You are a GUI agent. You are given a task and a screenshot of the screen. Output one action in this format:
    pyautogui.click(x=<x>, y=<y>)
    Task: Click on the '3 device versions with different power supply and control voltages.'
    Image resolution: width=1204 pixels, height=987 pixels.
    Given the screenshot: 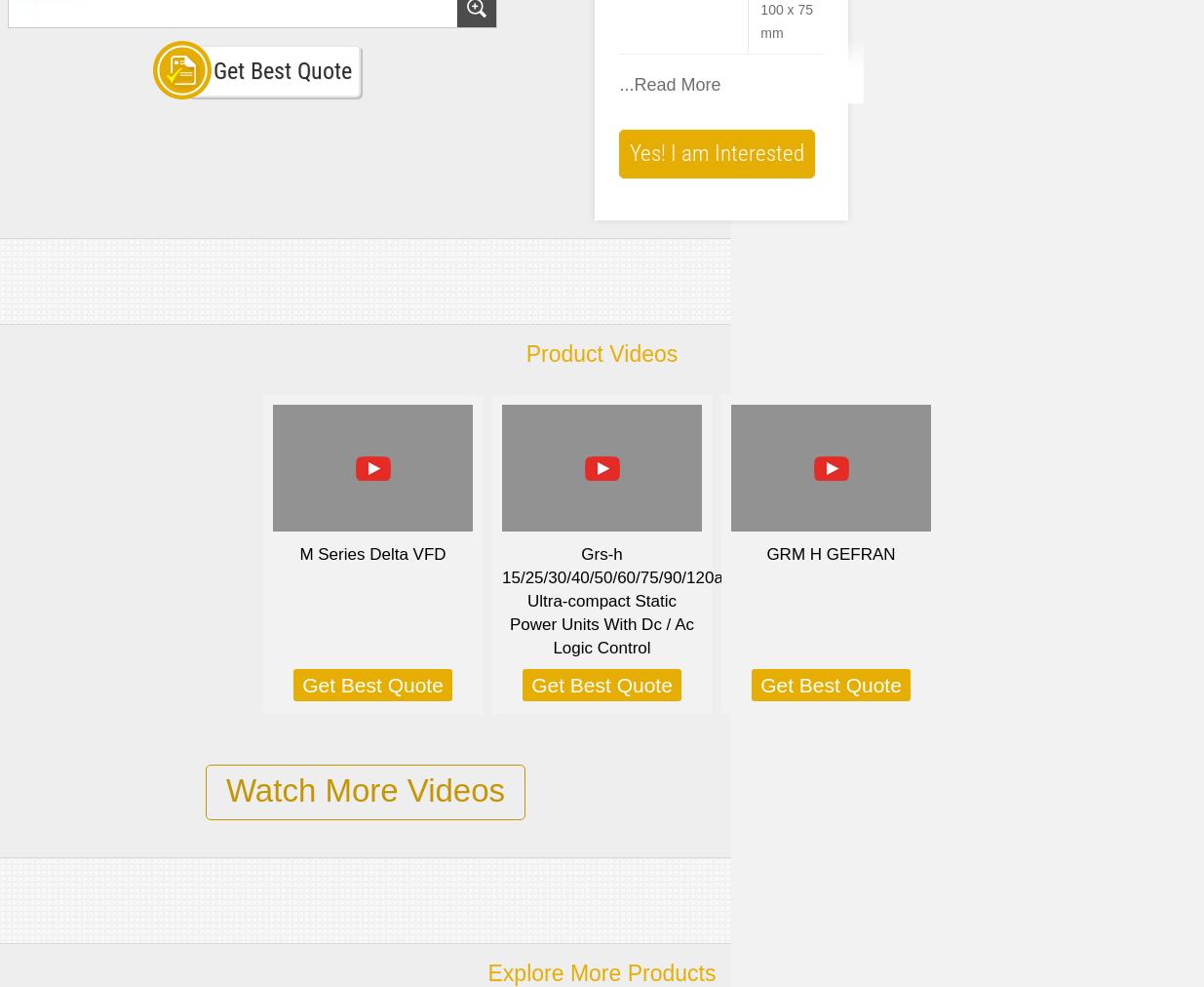 What is the action you would take?
    pyautogui.click(x=644, y=159)
    